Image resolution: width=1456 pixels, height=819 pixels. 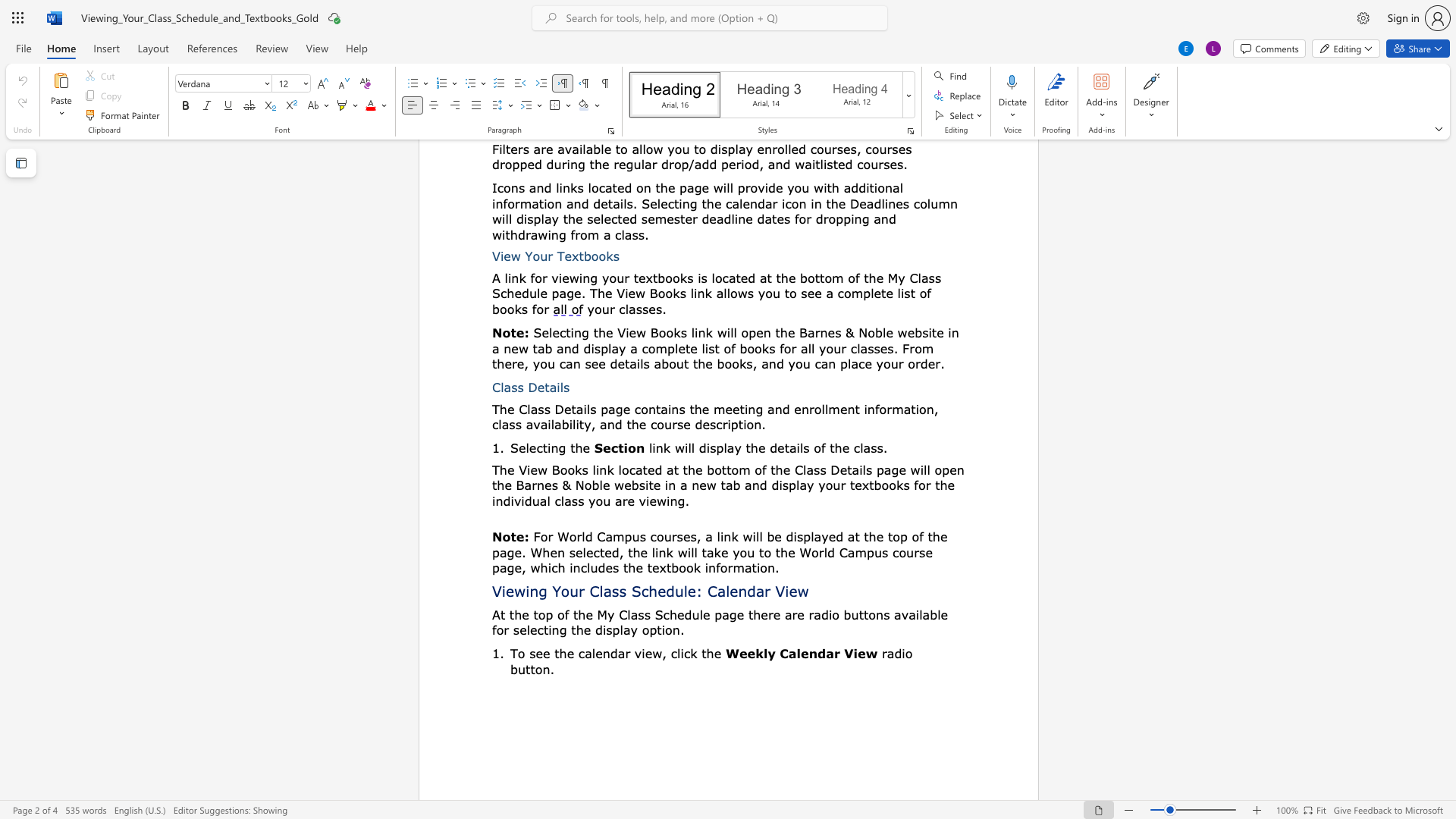 What do you see at coordinates (770, 614) in the screenshot?
I see `the 1th character "r" in the text` at bounding box center [770, 614].